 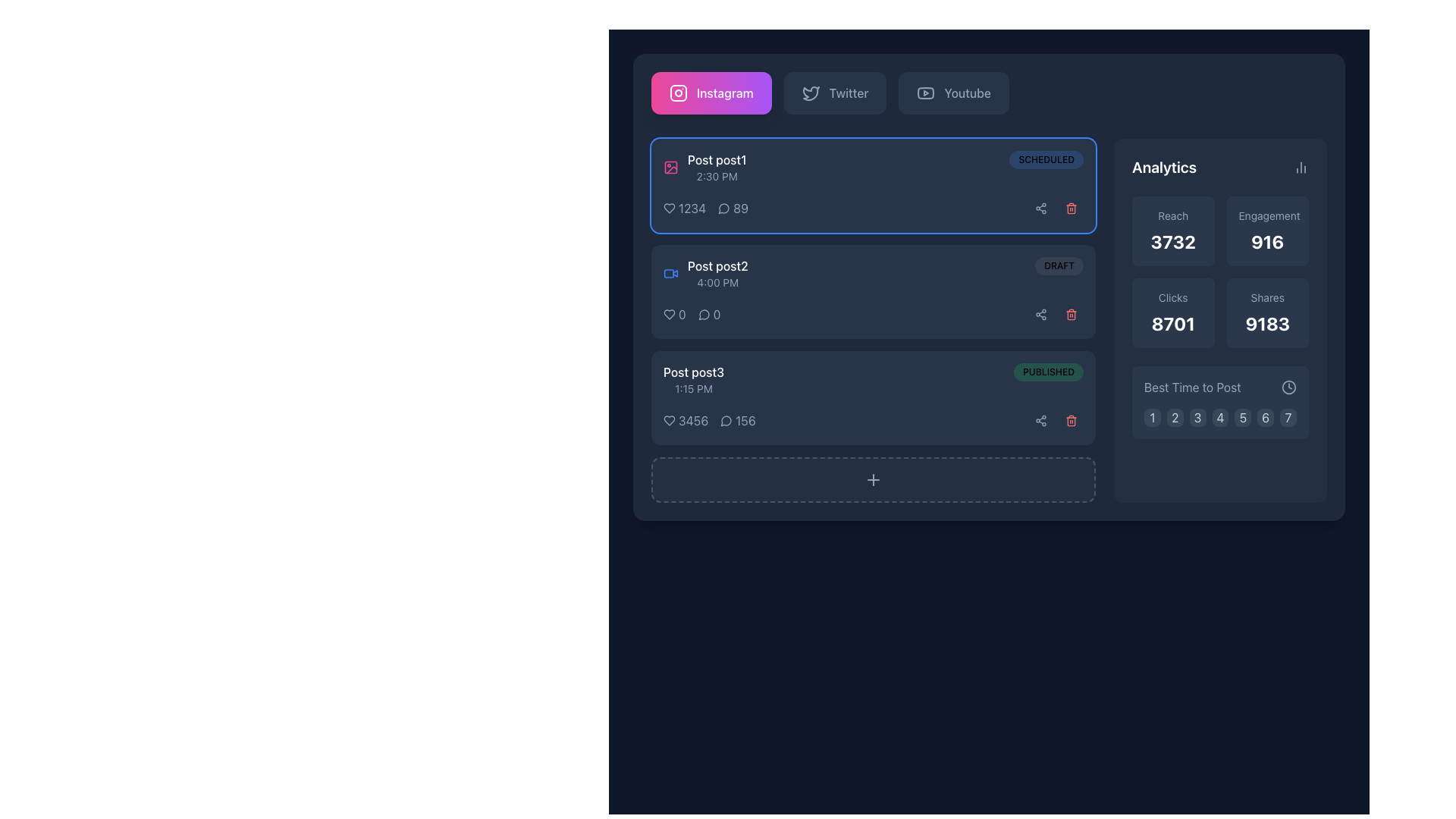 I want to click on the statistical data display showing engagement metrics for the post, which includes the 'likes' count next to a heart icon and the 'comments' count next to a chat bubble icon, located at the bottom-right of the 'Post post3' block, so click(x=708, y=421).